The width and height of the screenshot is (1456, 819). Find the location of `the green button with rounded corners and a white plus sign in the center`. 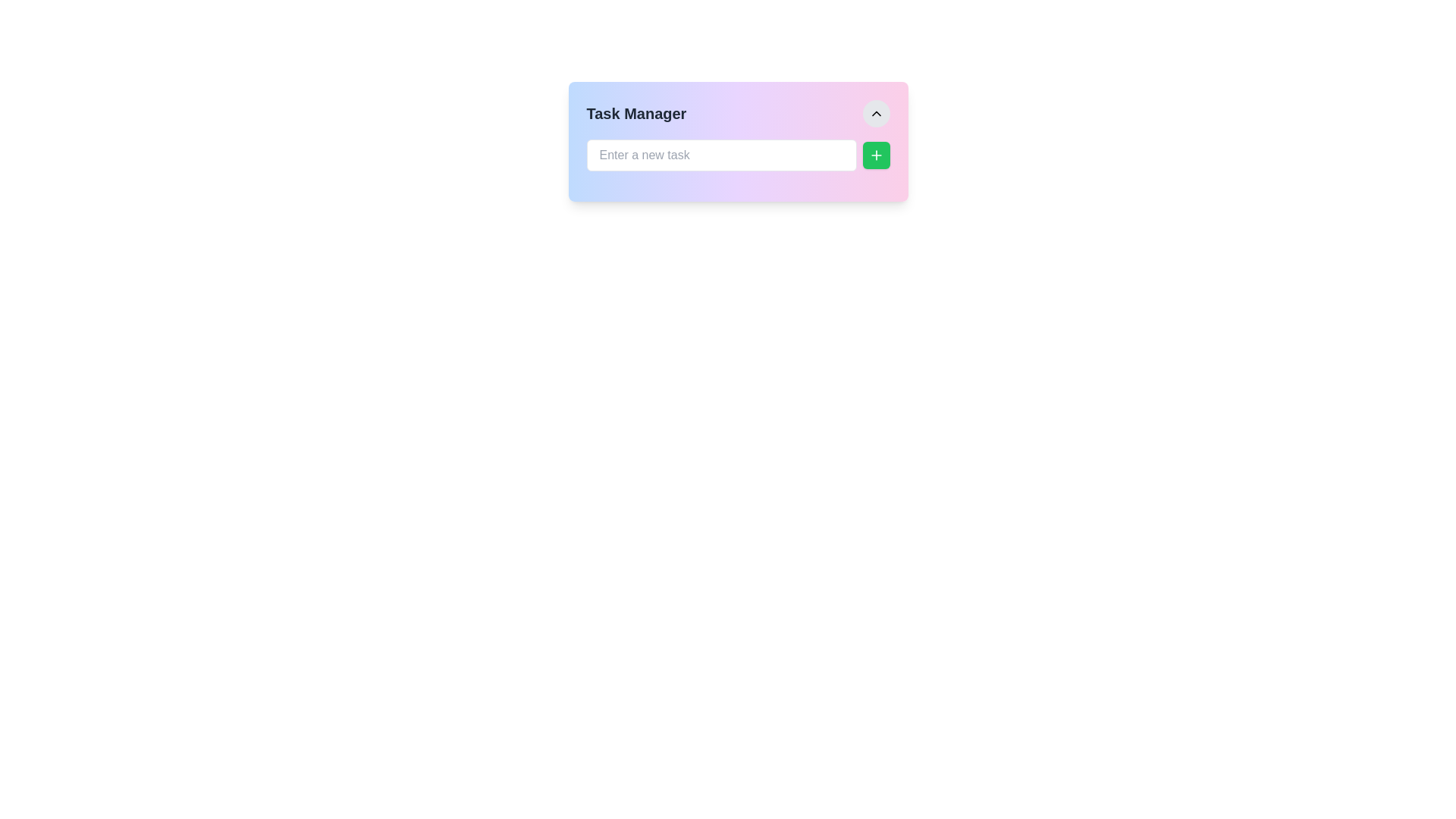

the green button with rounded corners and a white plus sign in the center is located at coordinates (876, 155).